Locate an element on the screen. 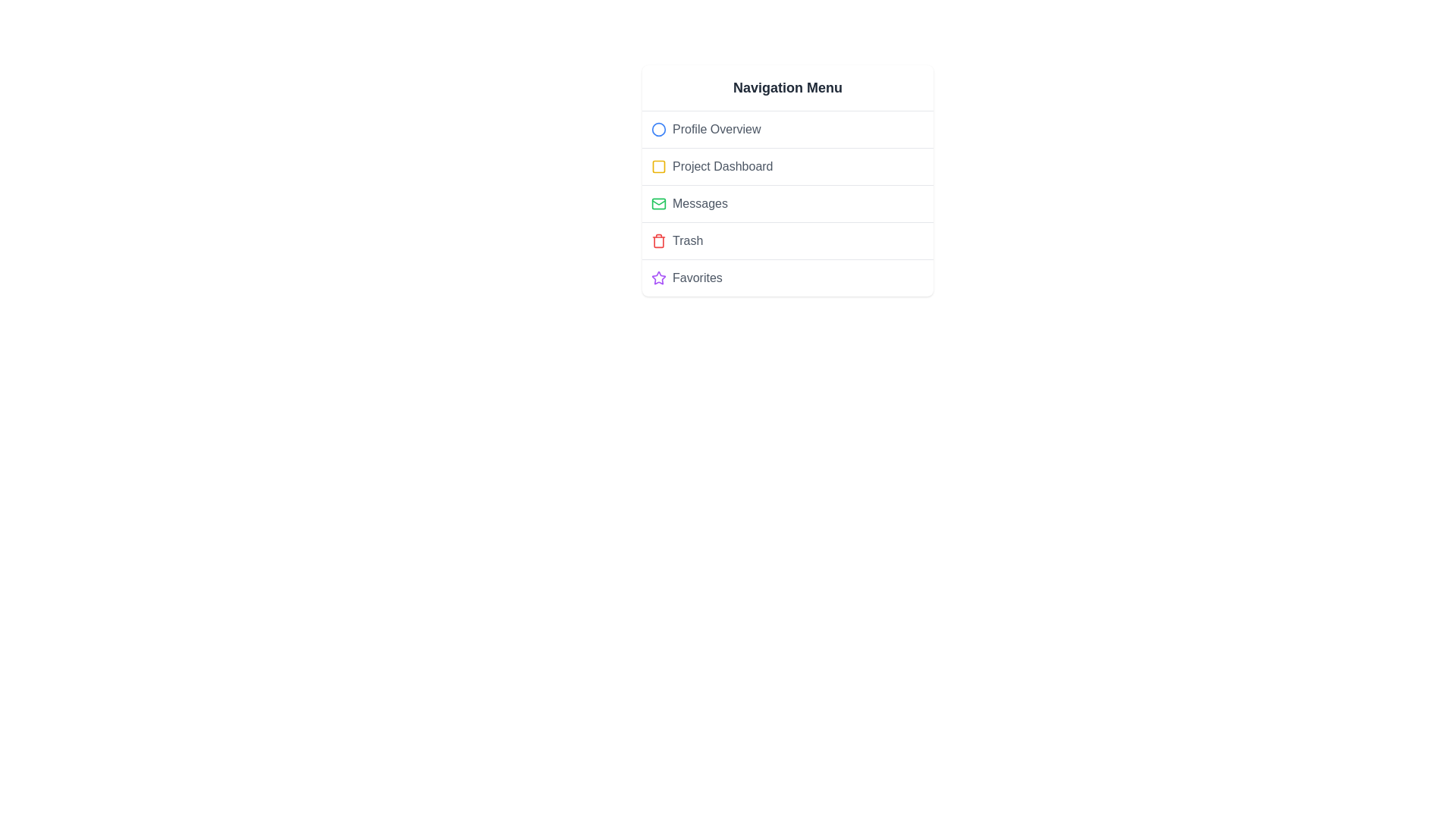  the menu item Project Dashboard to view its hover effect is located at coordinates (787, 166).